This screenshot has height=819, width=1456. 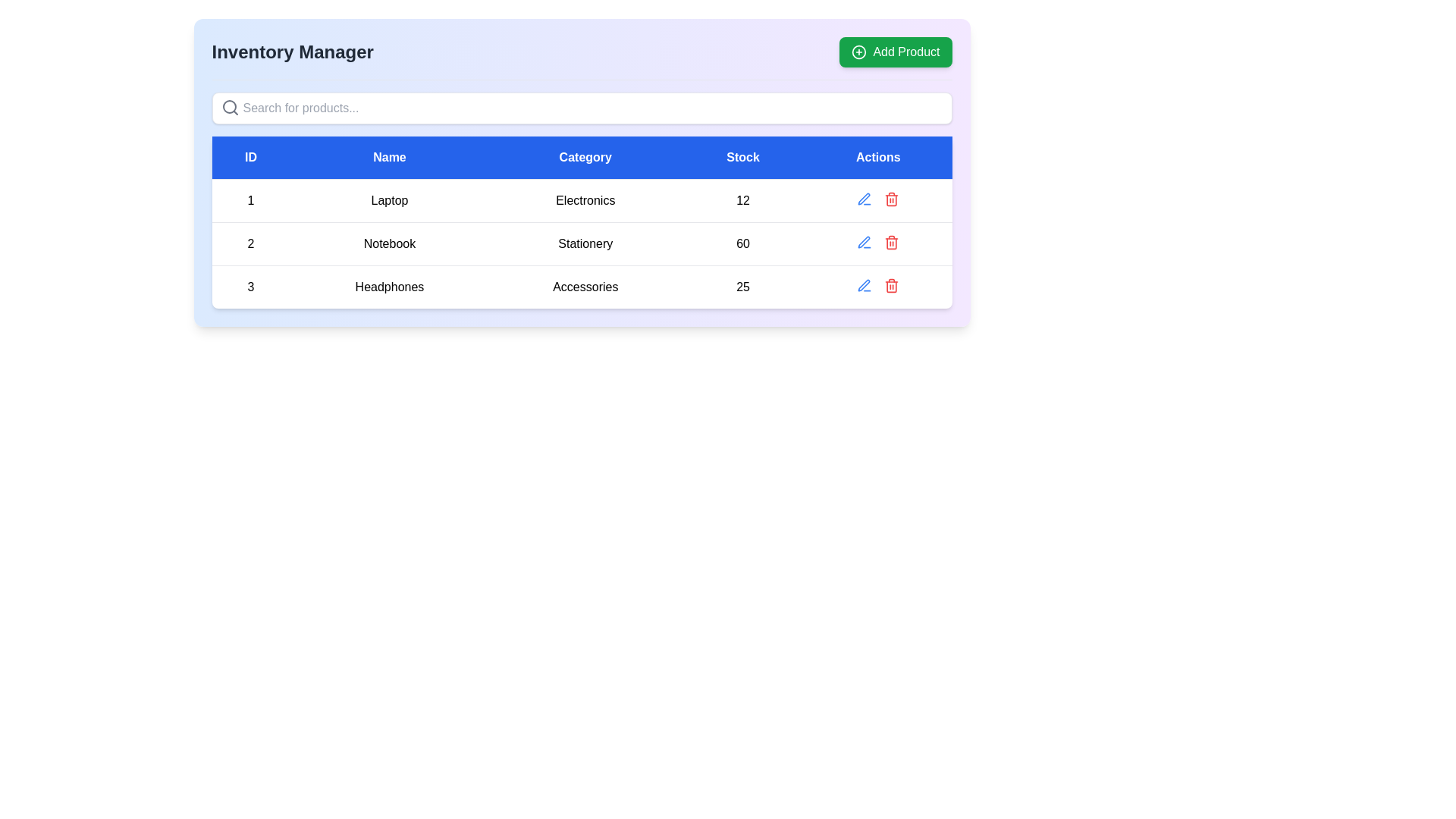 I want to click on the icon within the 'Add Product' button located at the top-right corner of the interface, enhancing recognition for adding a new product, so click(x=859, y=52).